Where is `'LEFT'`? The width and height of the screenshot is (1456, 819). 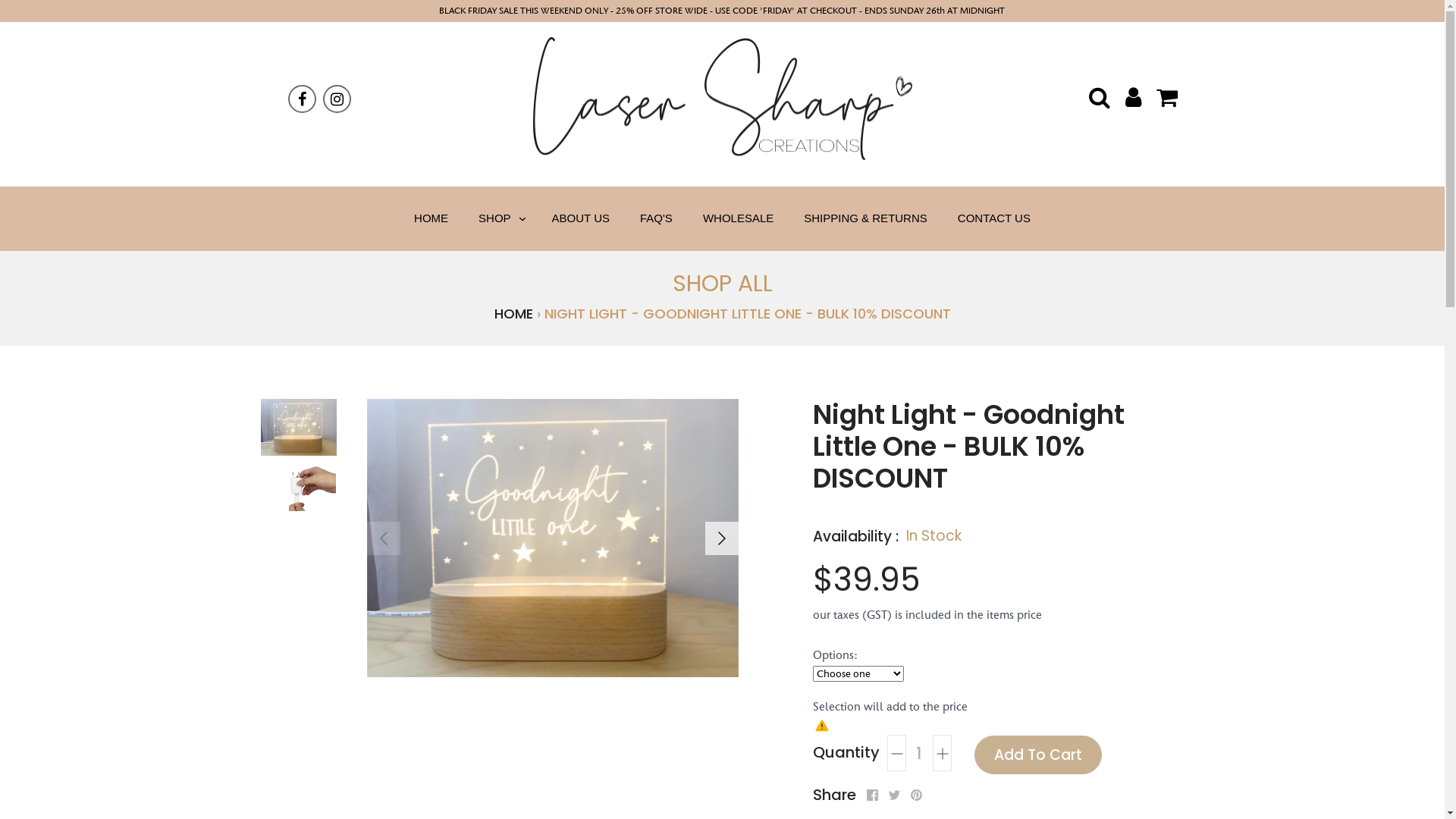
'LEFT' is located at coordinates (383, 537).